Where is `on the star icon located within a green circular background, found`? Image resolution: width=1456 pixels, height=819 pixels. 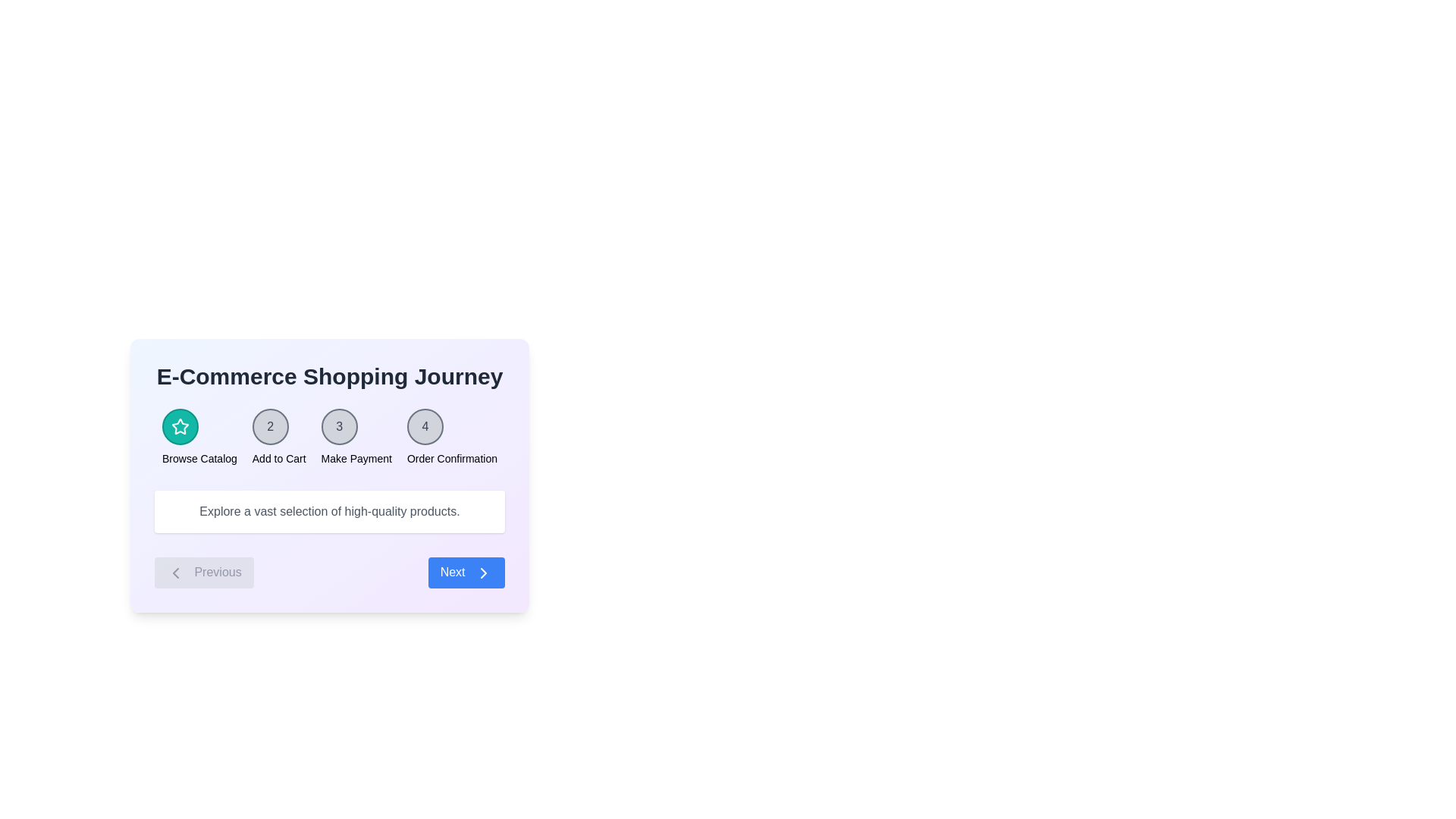
on the star icon located within a green circular background, found is located at coordinates (180, 426).